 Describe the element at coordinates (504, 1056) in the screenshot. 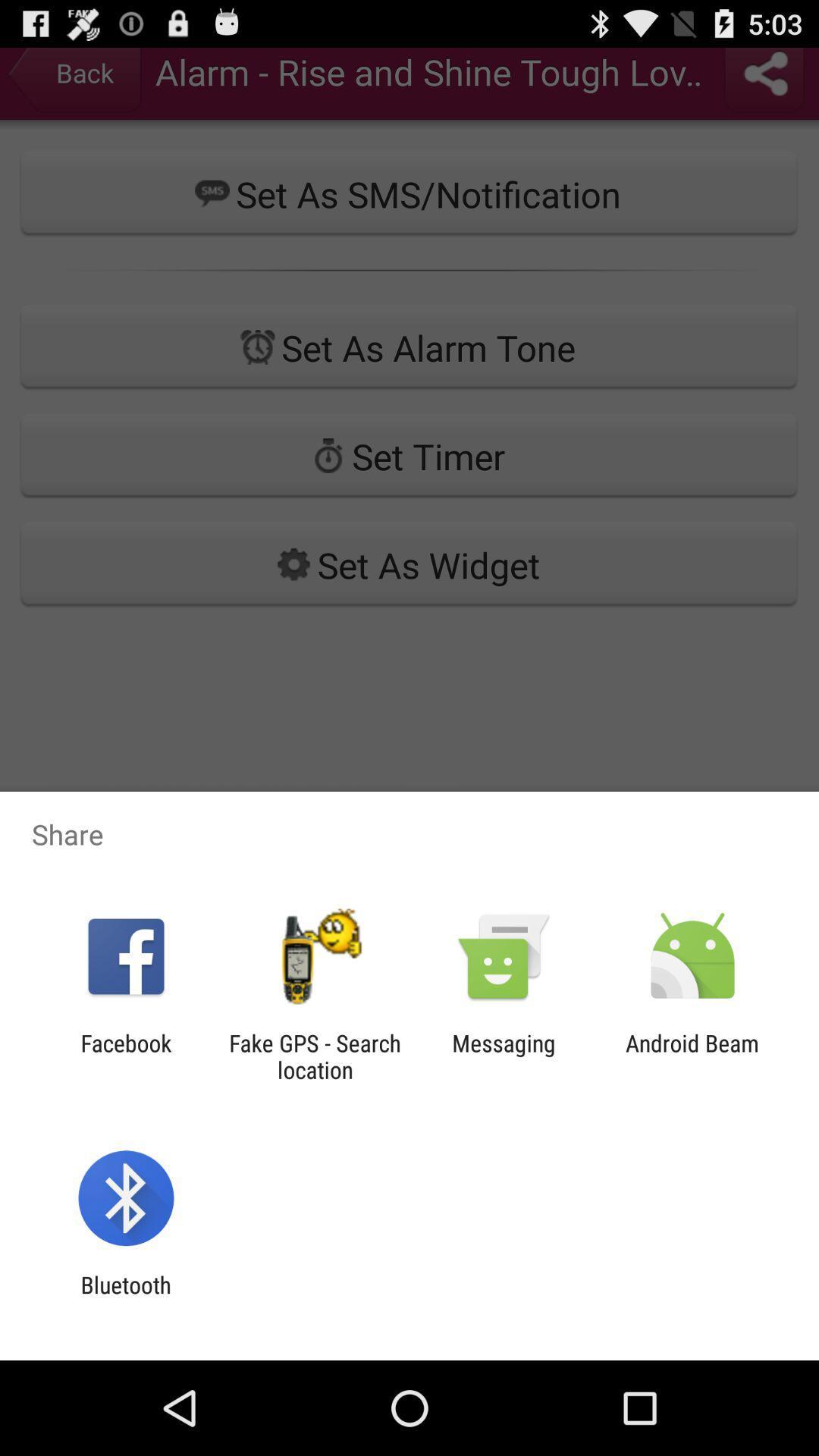

I see `app next to the android beam app` at that location.